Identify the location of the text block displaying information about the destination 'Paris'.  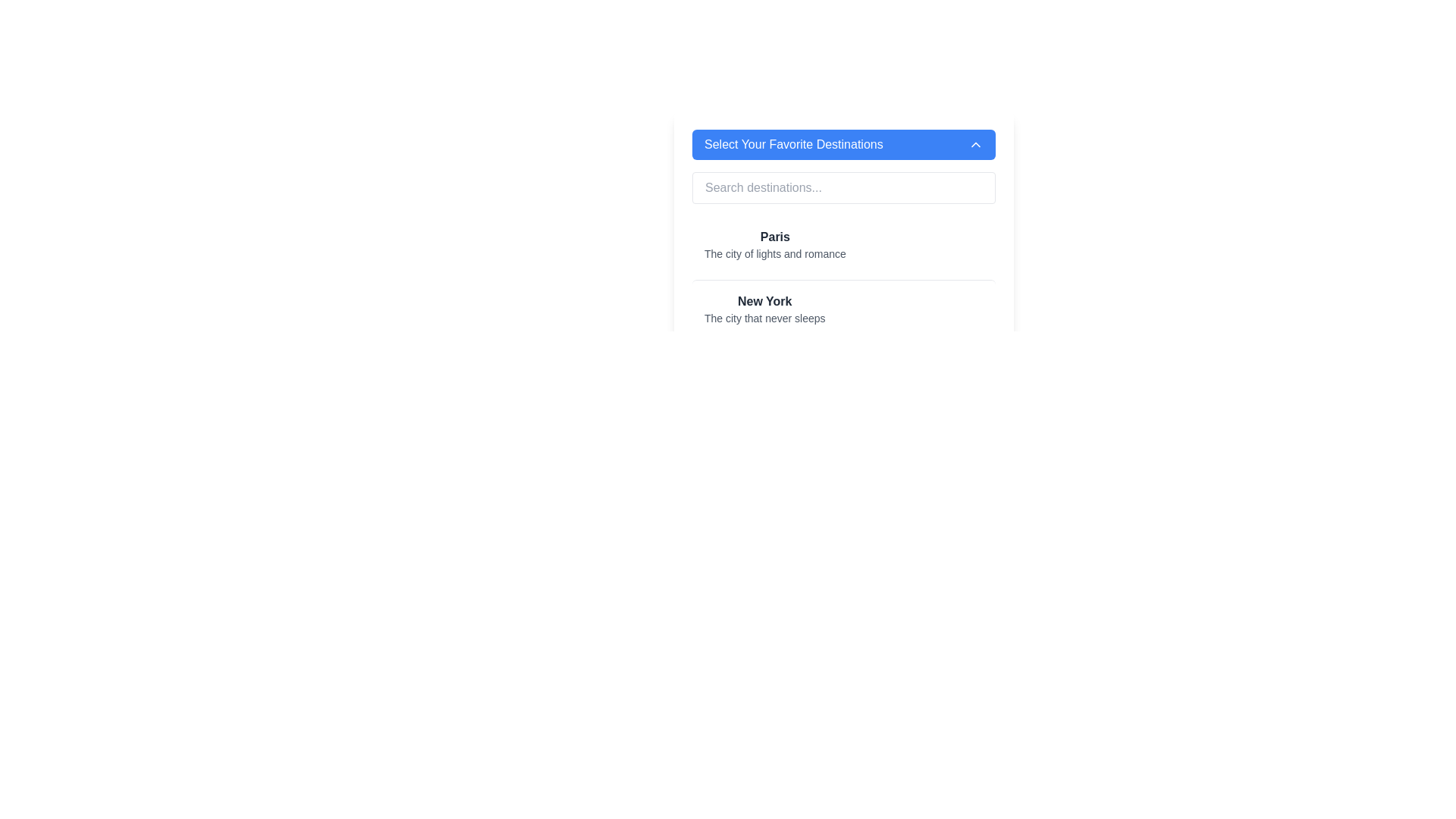
(775, 244).